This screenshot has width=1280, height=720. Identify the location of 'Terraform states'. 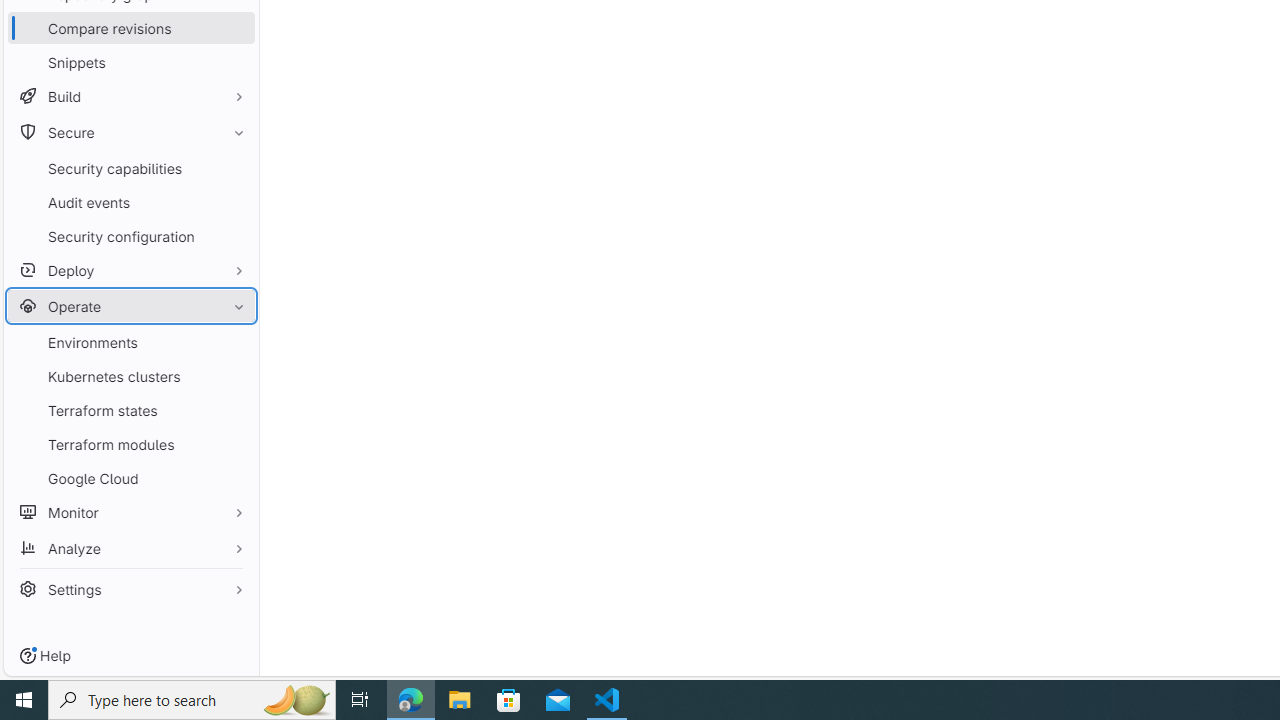
(130, 409).